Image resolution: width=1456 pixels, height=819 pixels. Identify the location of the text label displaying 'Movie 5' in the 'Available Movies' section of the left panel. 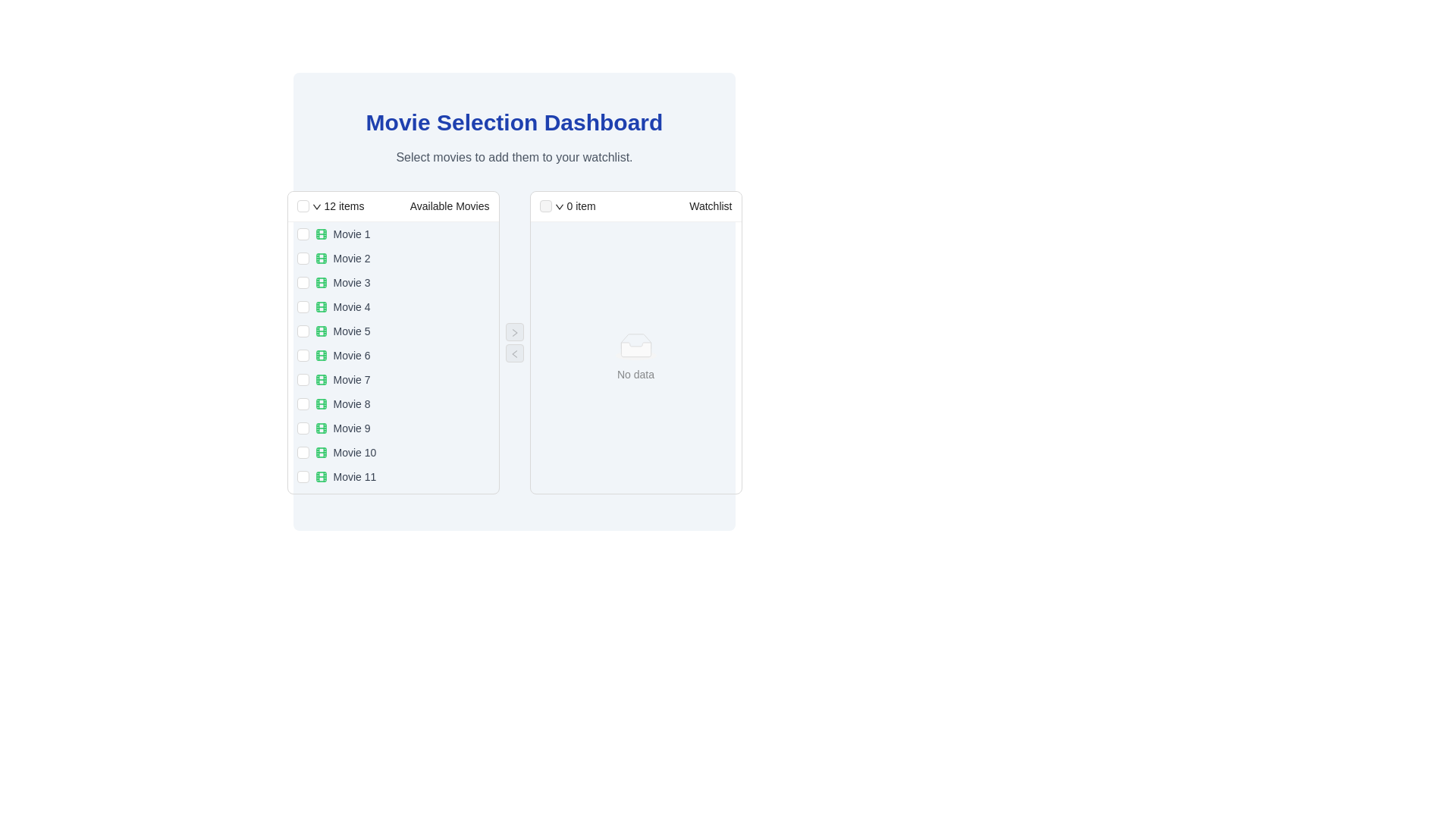
(351, 330).